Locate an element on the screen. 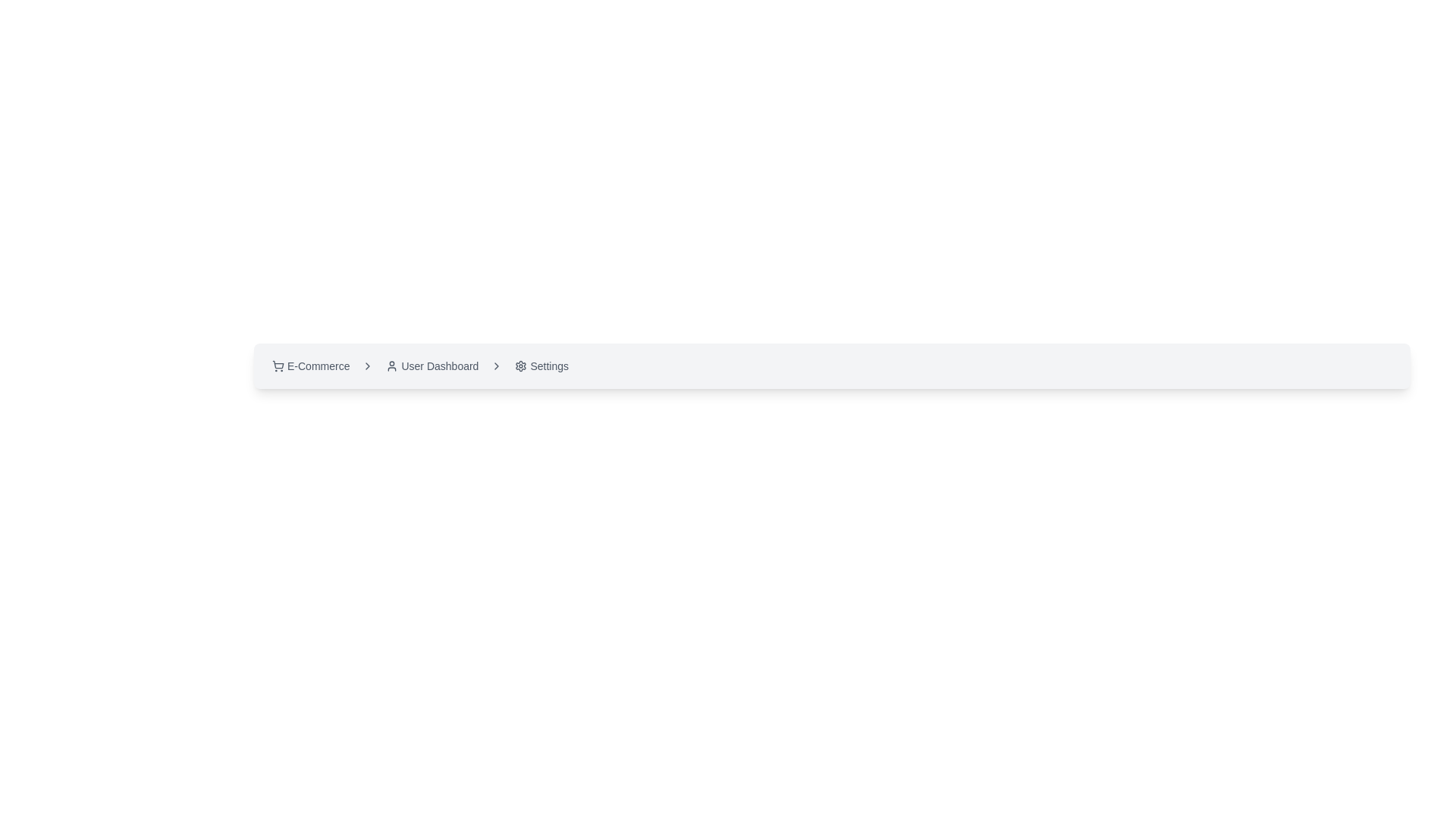 The image size is (1456, 819). the first button on the left side of the horizontal layout is located at coordinates (310, 366).